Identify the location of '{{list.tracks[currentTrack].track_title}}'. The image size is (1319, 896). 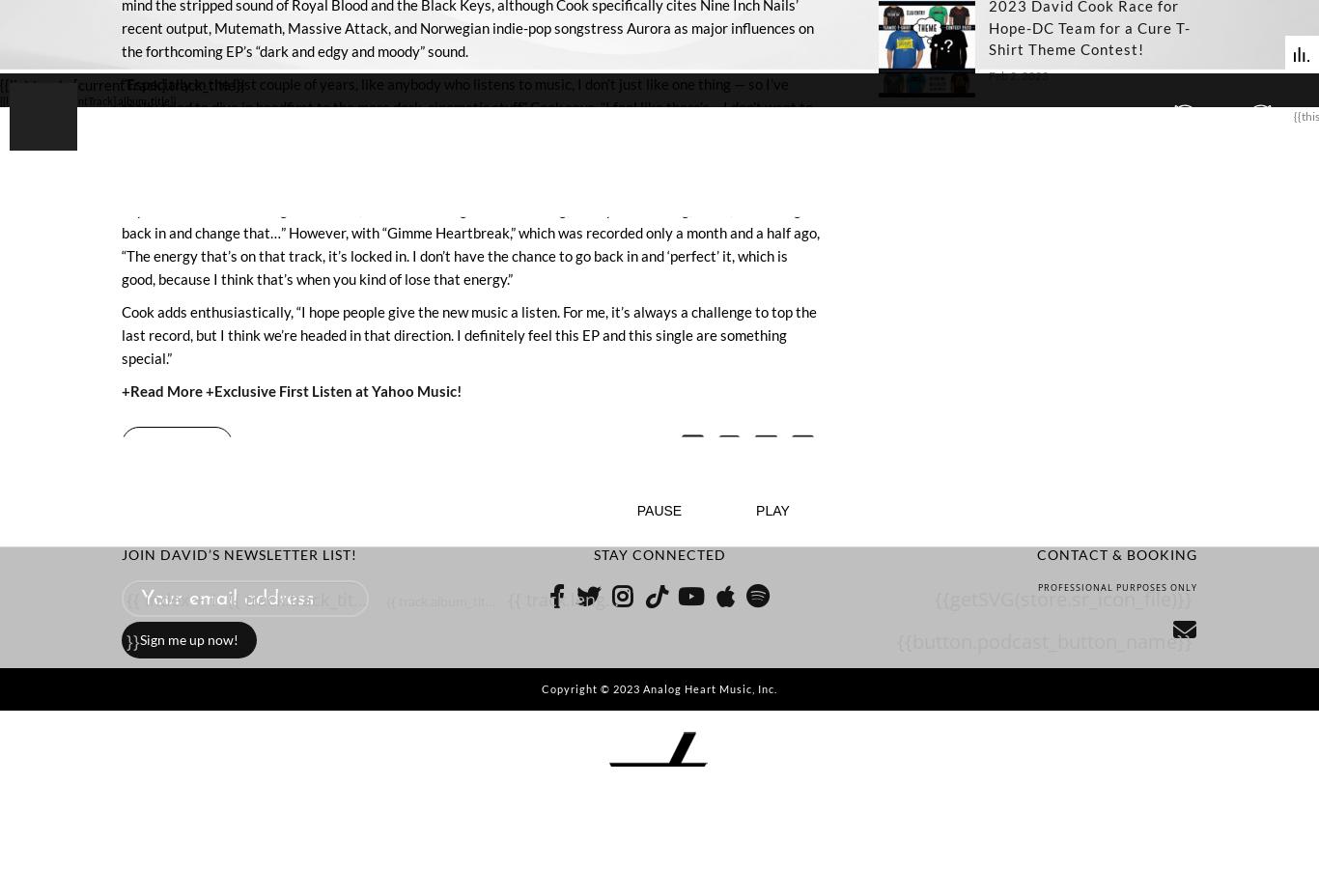
(122, 83).